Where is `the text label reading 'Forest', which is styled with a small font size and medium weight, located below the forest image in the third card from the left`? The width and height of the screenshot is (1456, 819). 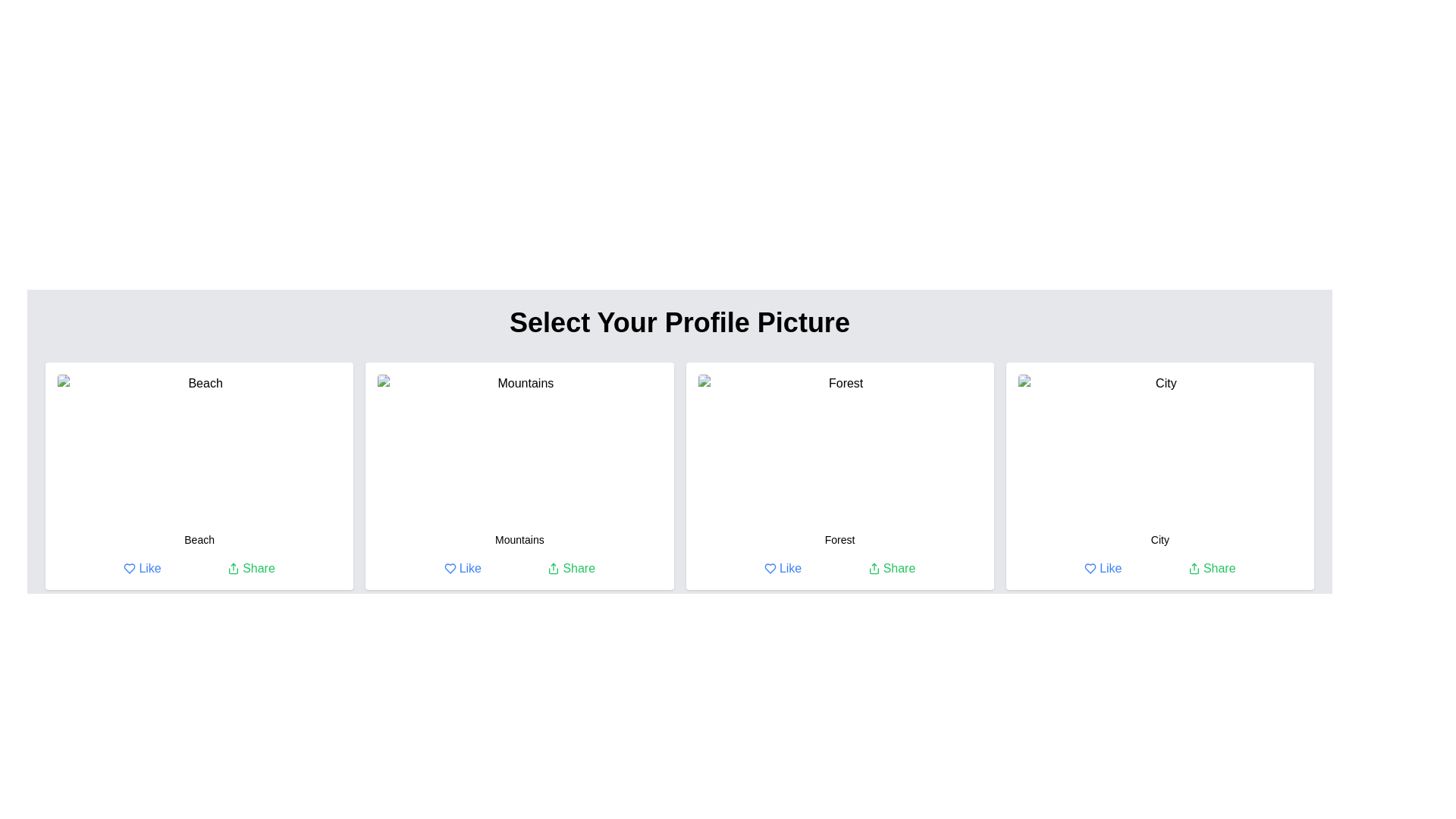
the text label reading 'Forest', which is styled with a small font size and medium weight, located below the forest image in the third card from the left is located at coordinates (839, 539).